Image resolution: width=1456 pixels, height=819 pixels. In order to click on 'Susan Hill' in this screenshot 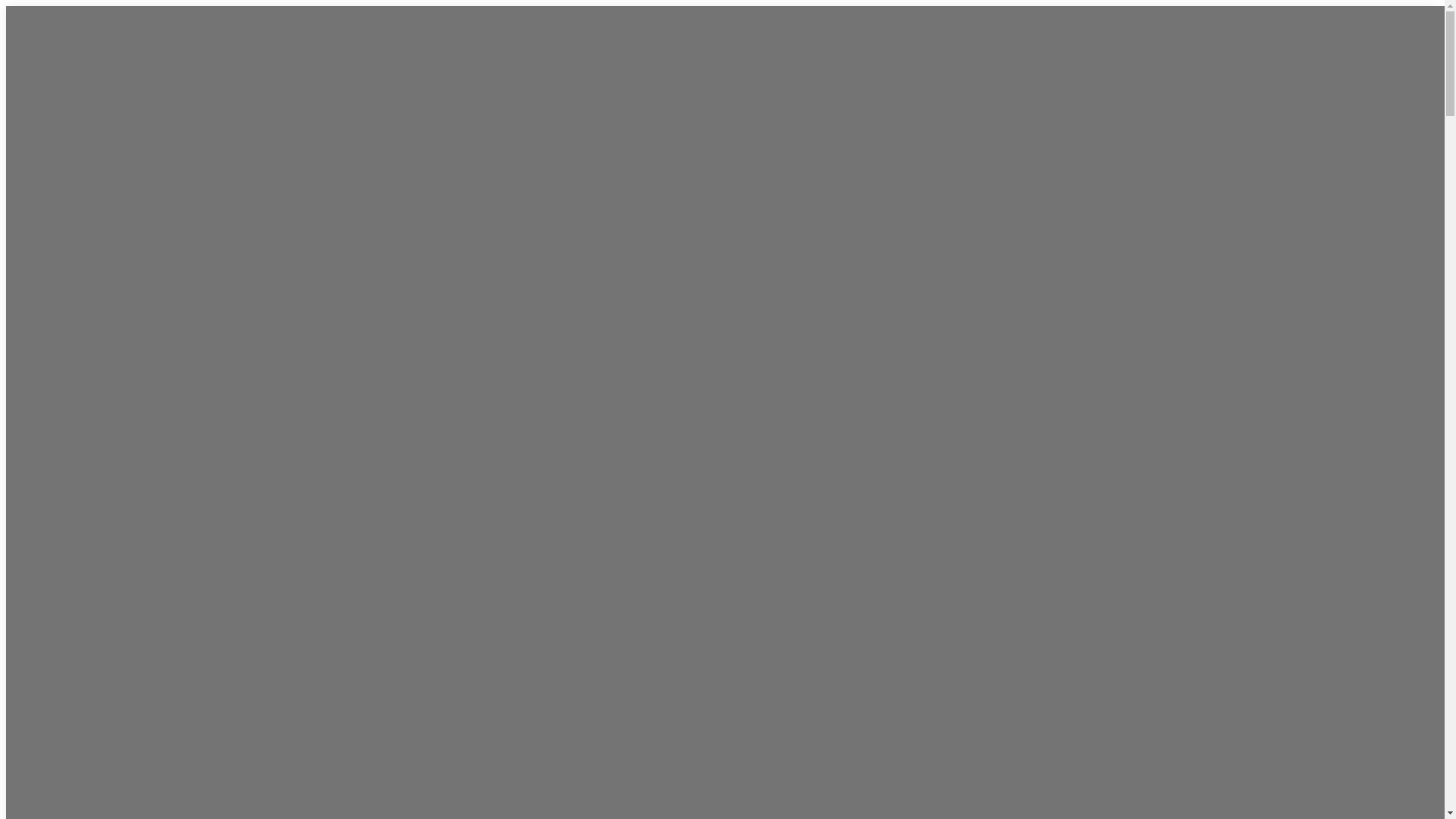, I will do `click(661, 388)`.